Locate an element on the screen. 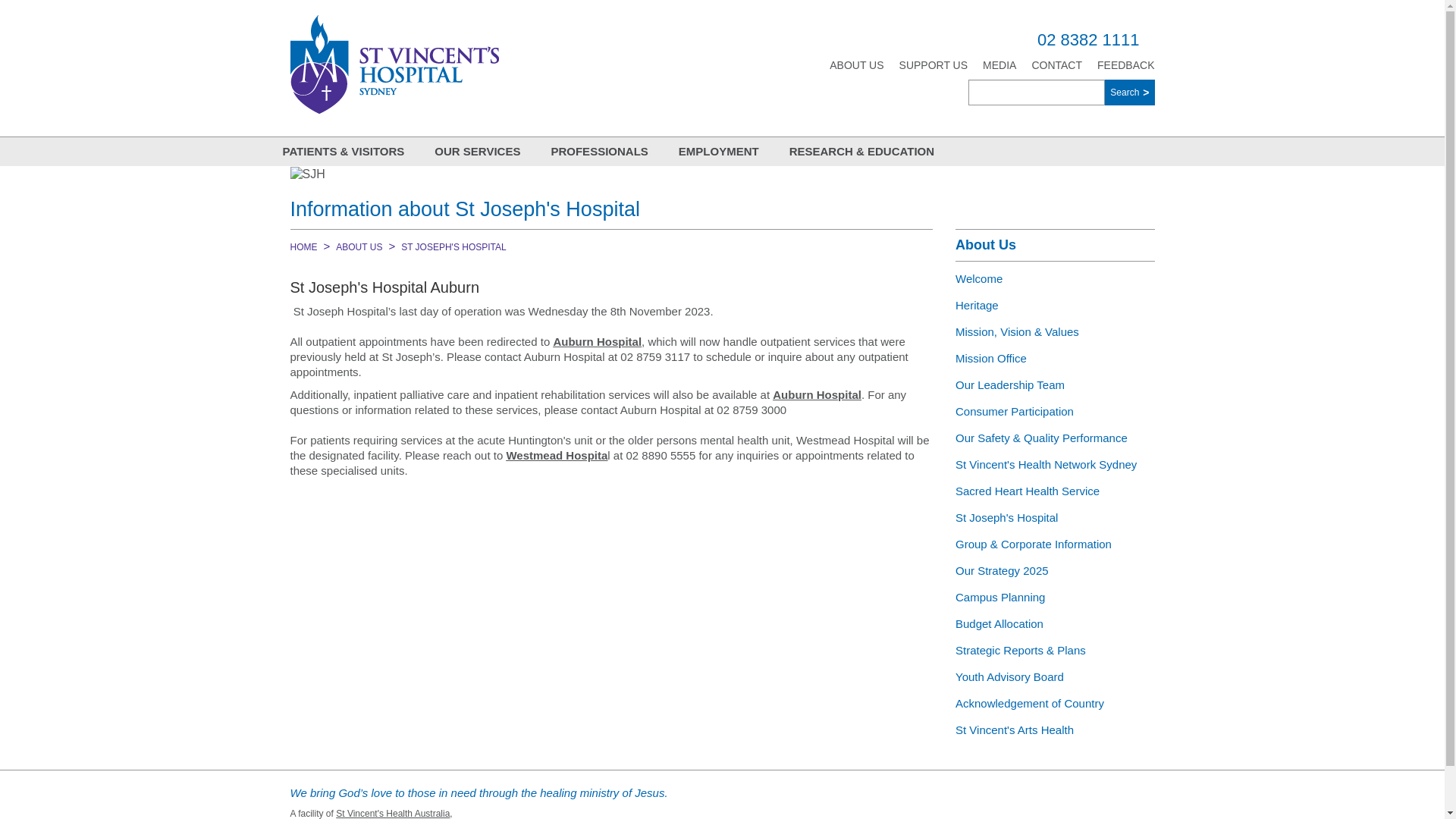 The image size is (1456, 819). 'Our Leadership Team' is located at coordinates (1054, 384).